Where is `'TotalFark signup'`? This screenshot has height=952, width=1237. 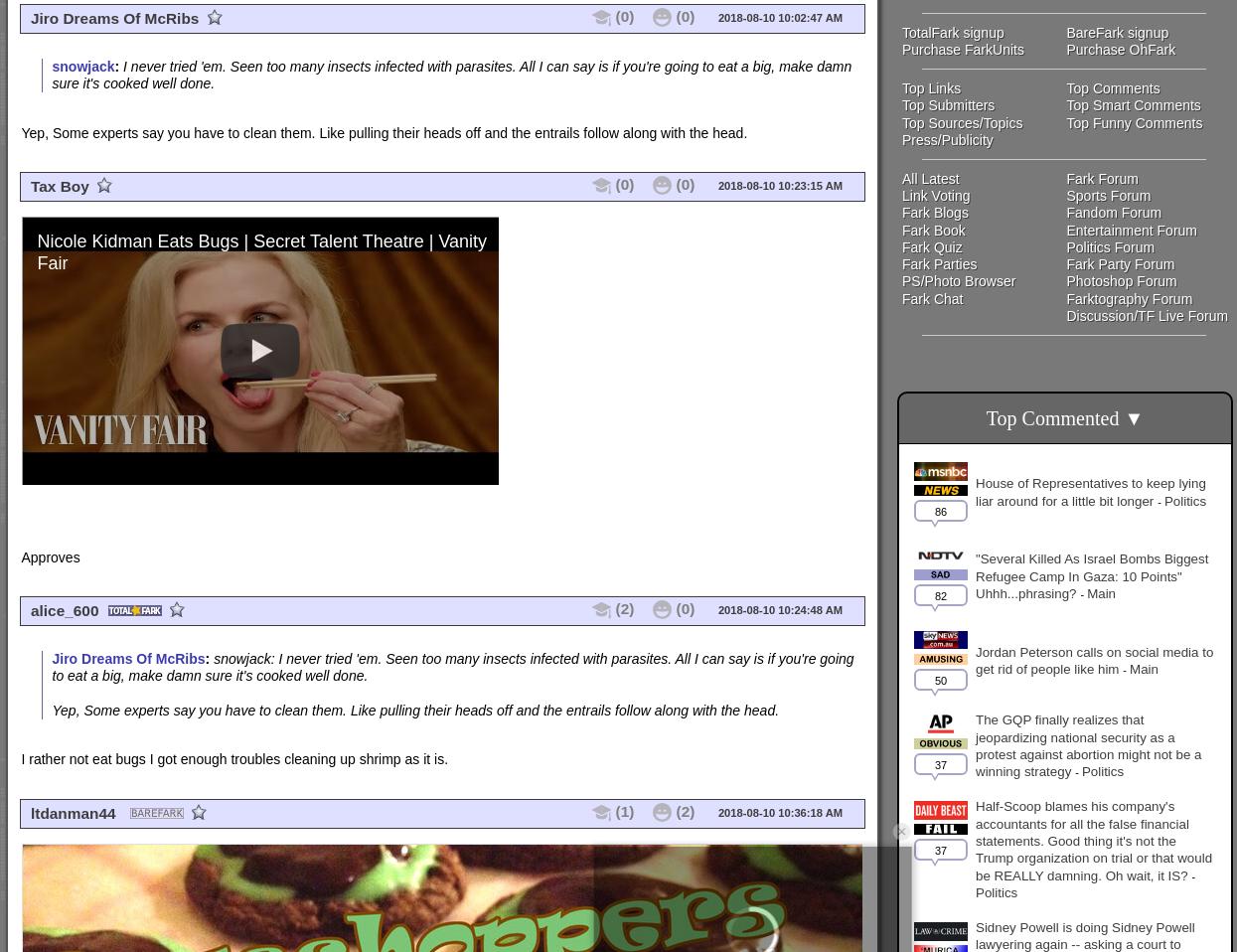
'TotalFark signup' is located at coordinates (952, 30).